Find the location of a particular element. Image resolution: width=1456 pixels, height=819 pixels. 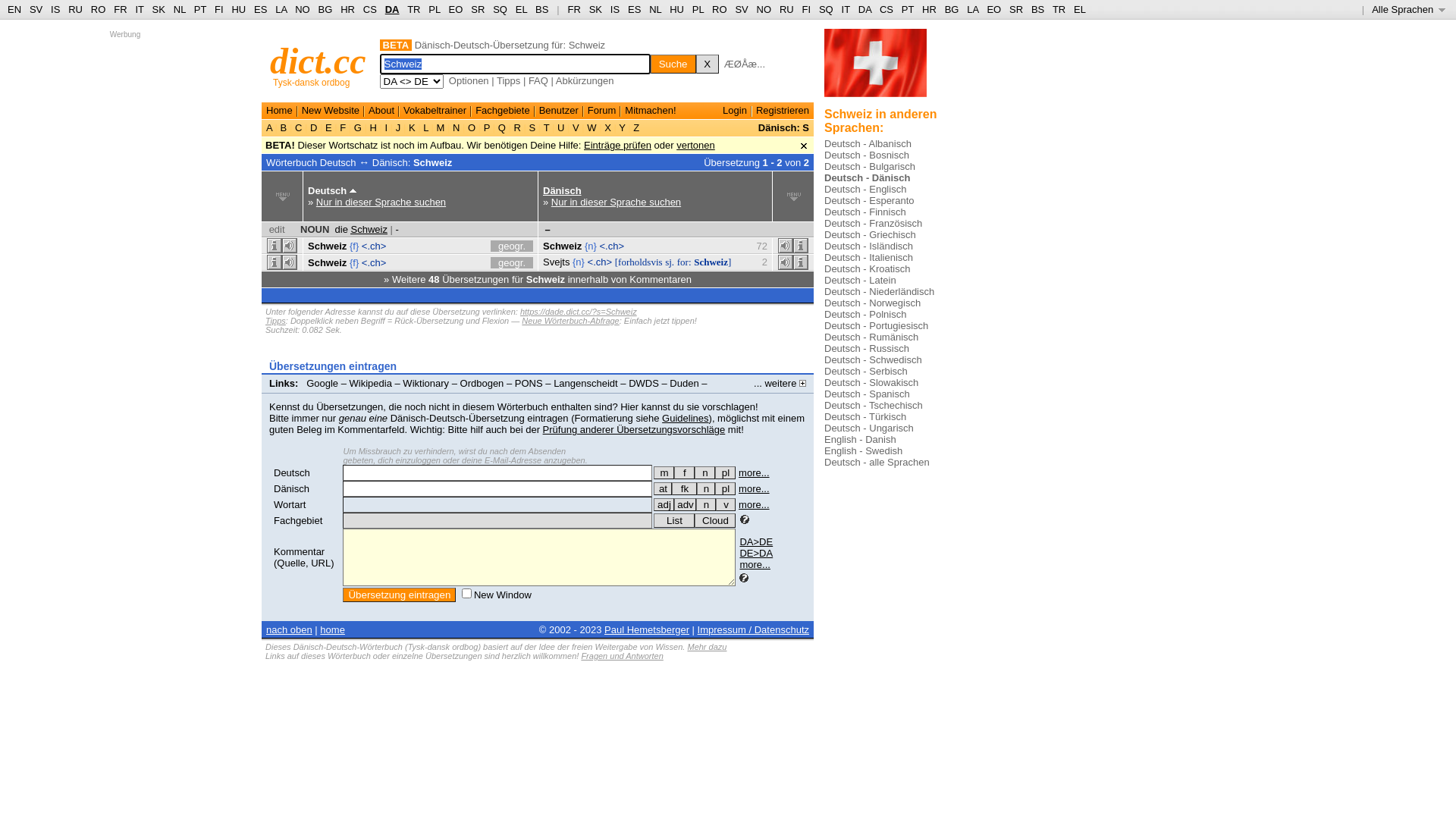

'Deutsch - Albanisch' is located at coordinates (868, 143).